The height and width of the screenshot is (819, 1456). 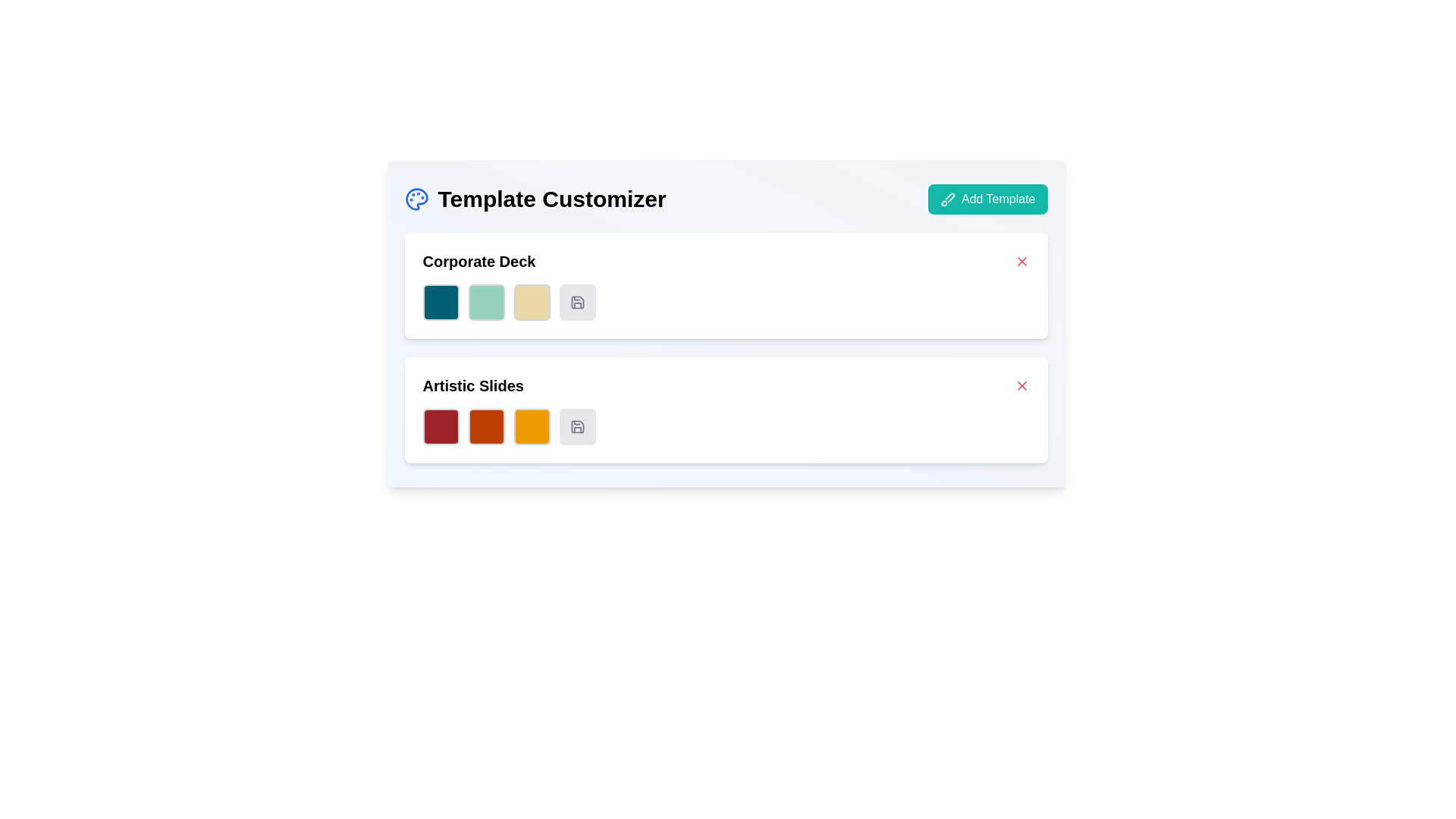 What do you see at coordinates (987, 198) in the screenshot?
I see `the rectangular button with a teal-green background and white text saying 'Add Template'` at bounding box center [987, 198].